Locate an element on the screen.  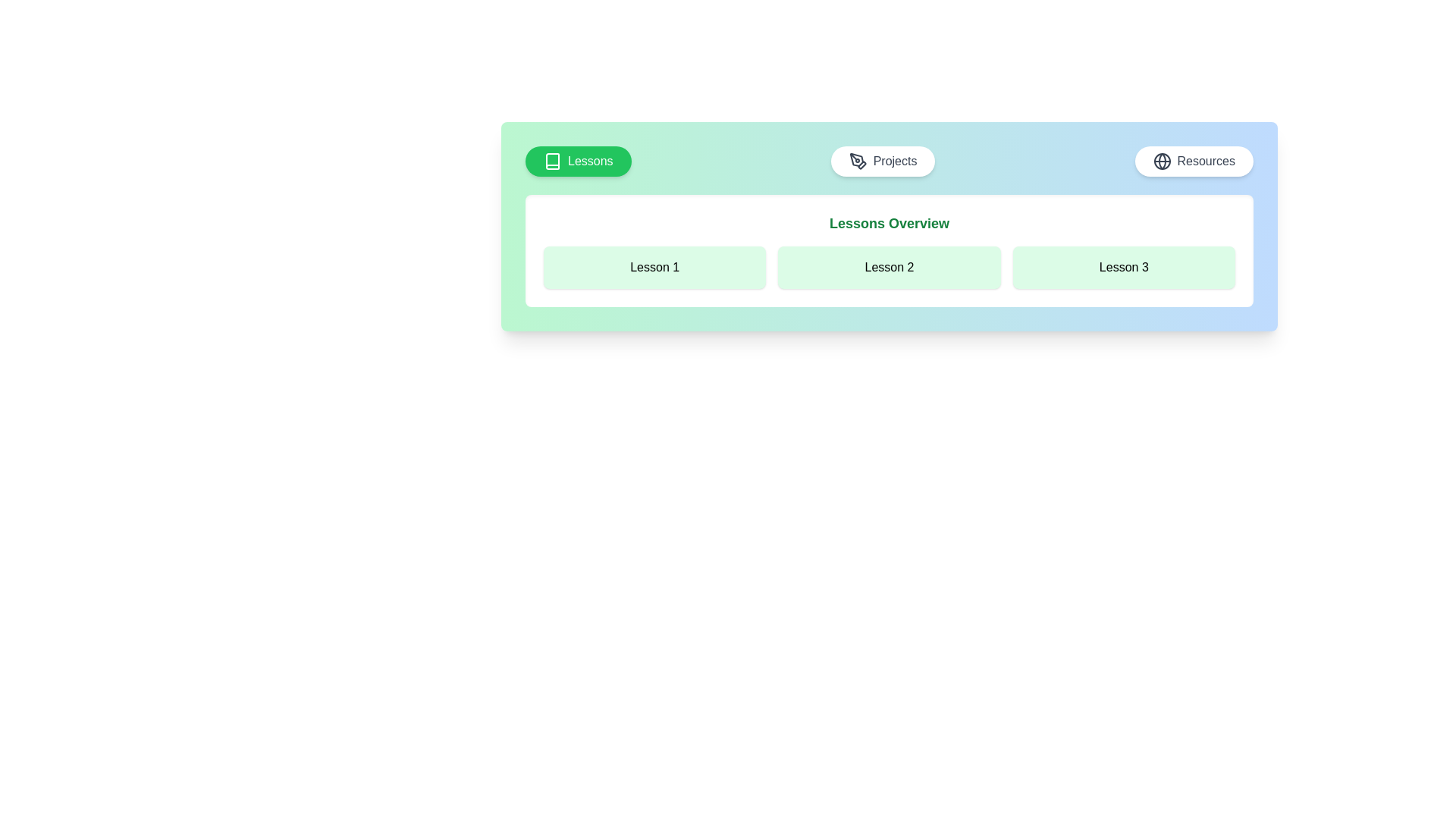
the globe icon representing the 'Resources' button is located at coordinates (1161, 161).